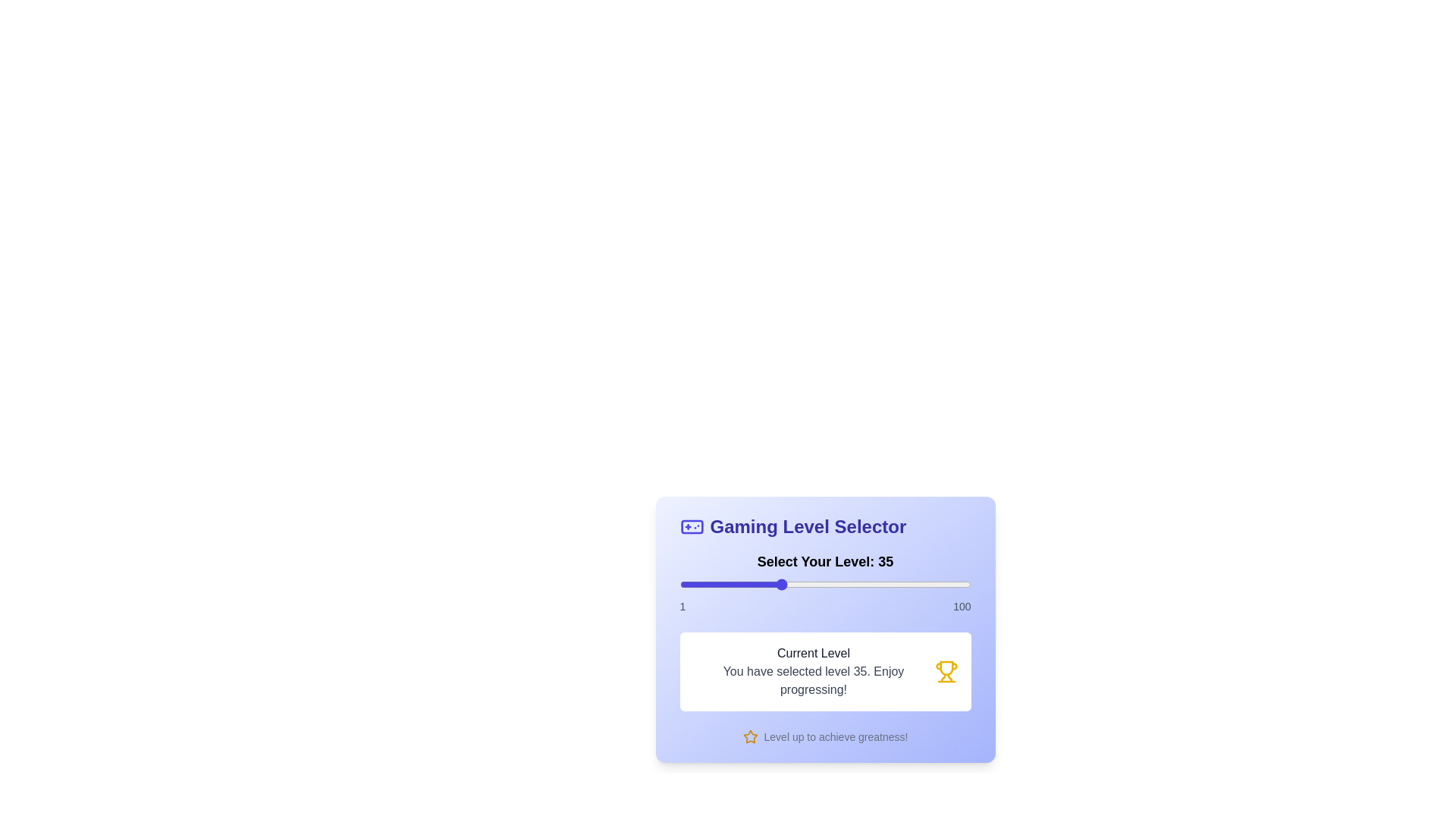 The width and height of the screenshot is (1456, 819). I want to click on the range slider track located below the title 'Select Your Level: 35' to reposition the thumb, so click(824, 584).